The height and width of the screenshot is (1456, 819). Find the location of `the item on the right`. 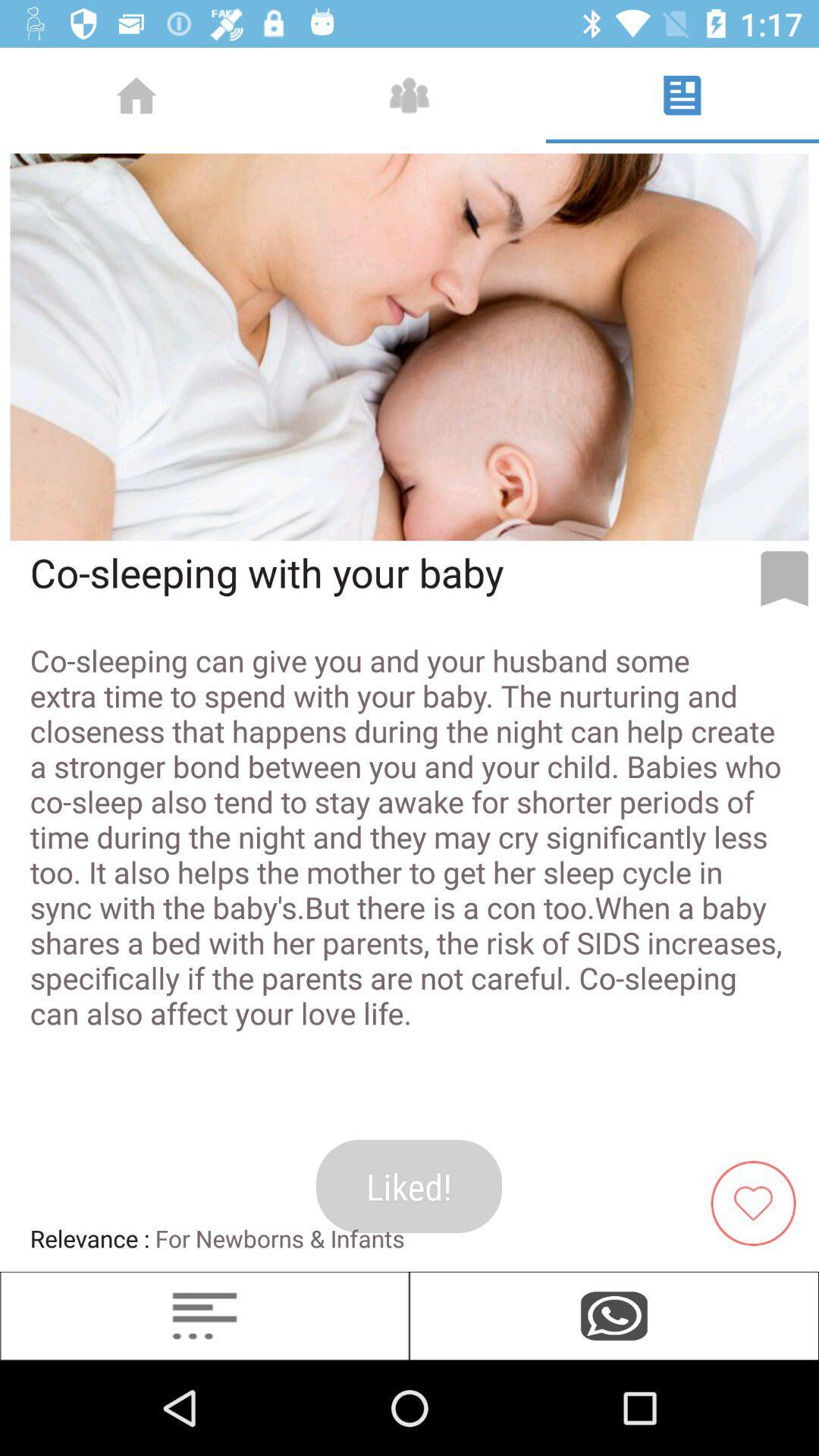

the item on the right is located at coordinates (784, 578).